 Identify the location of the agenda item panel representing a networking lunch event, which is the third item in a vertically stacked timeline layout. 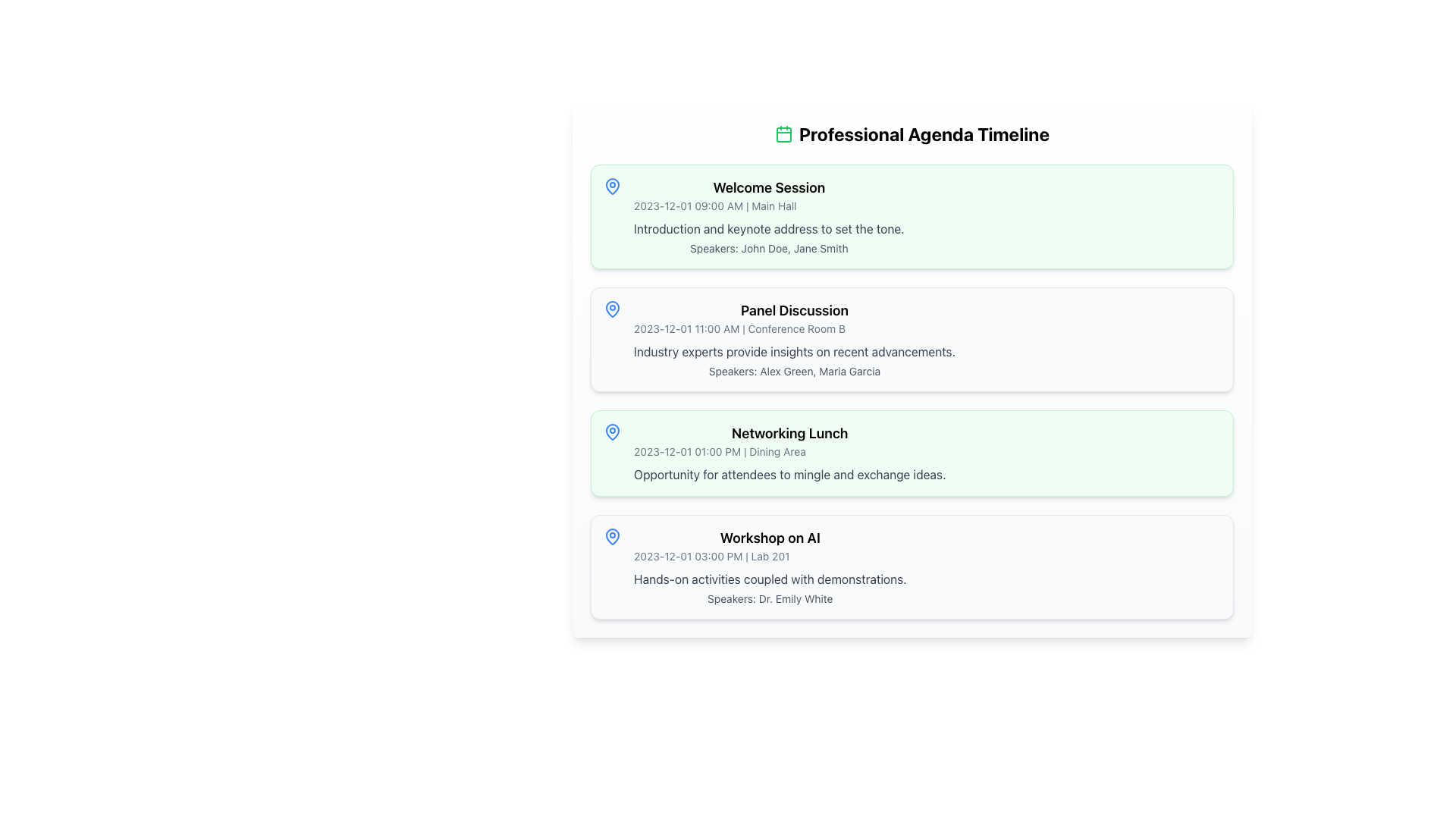
(912, 452).